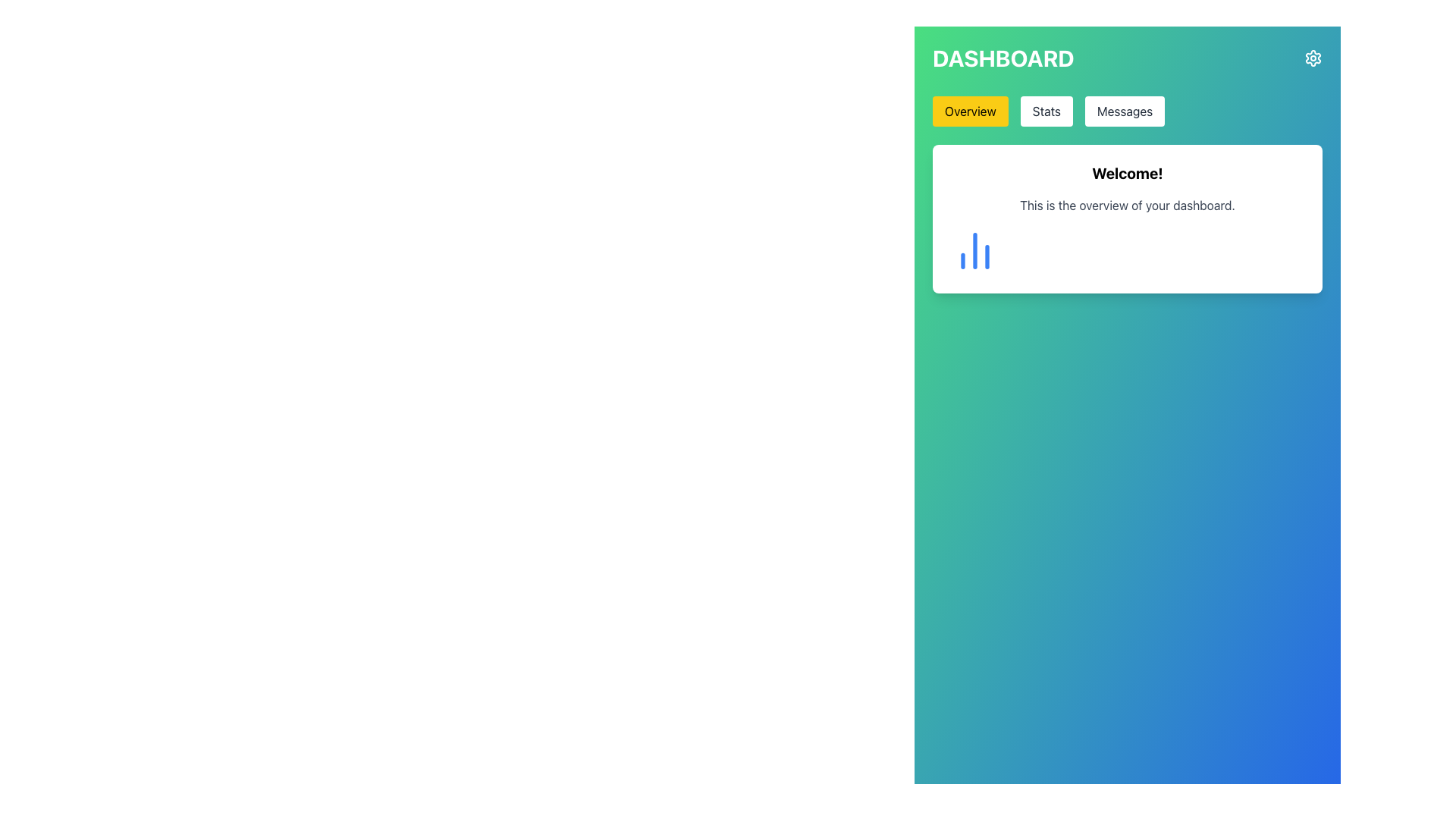 Image resolution: width=1456 pixels, height=819 pixels. I want to click on the third button labeled 'Messages' with a white background and gray text, so click(1125, 110).